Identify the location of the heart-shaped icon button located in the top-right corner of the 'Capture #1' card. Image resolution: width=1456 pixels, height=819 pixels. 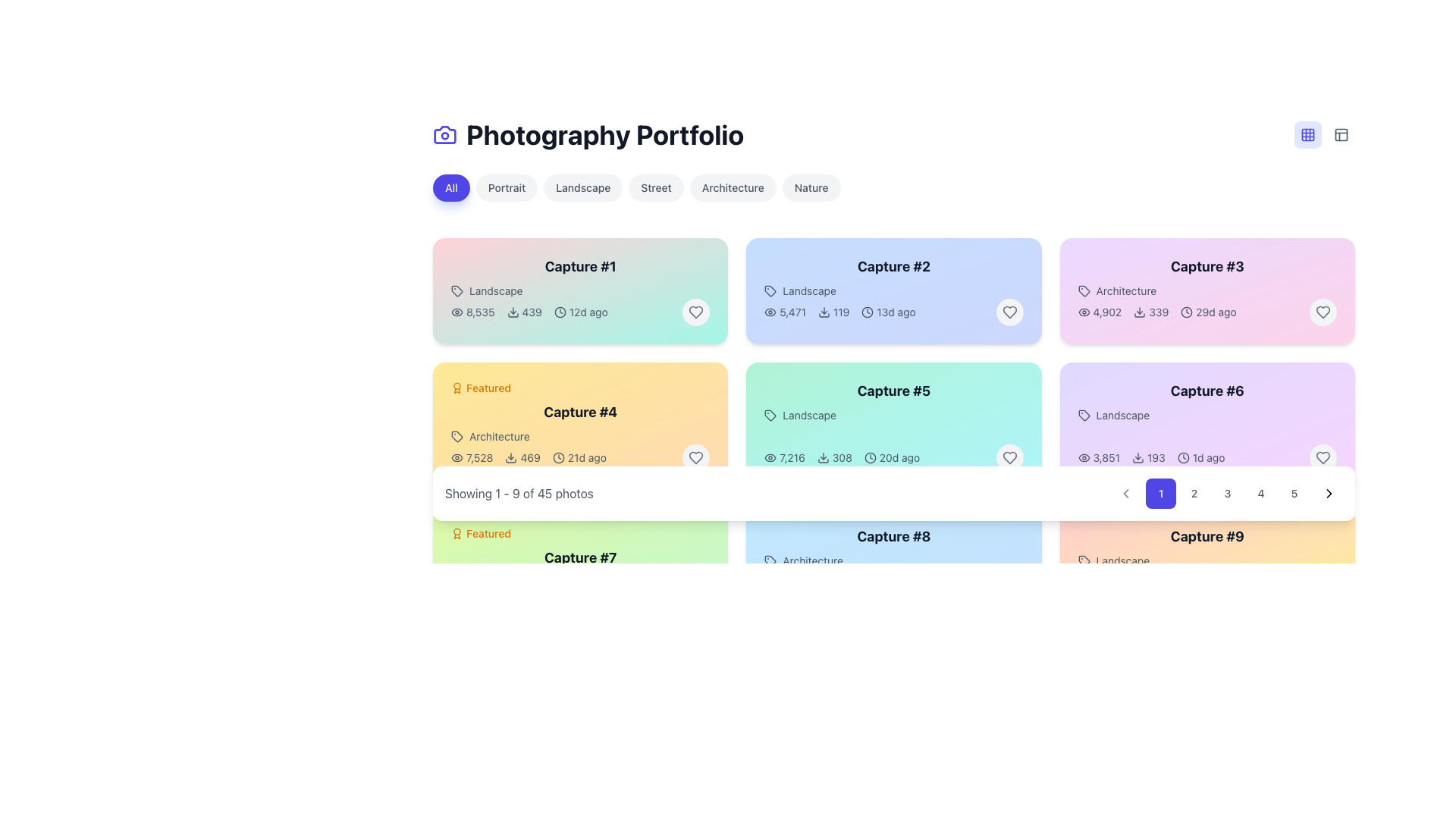
(695, 312).